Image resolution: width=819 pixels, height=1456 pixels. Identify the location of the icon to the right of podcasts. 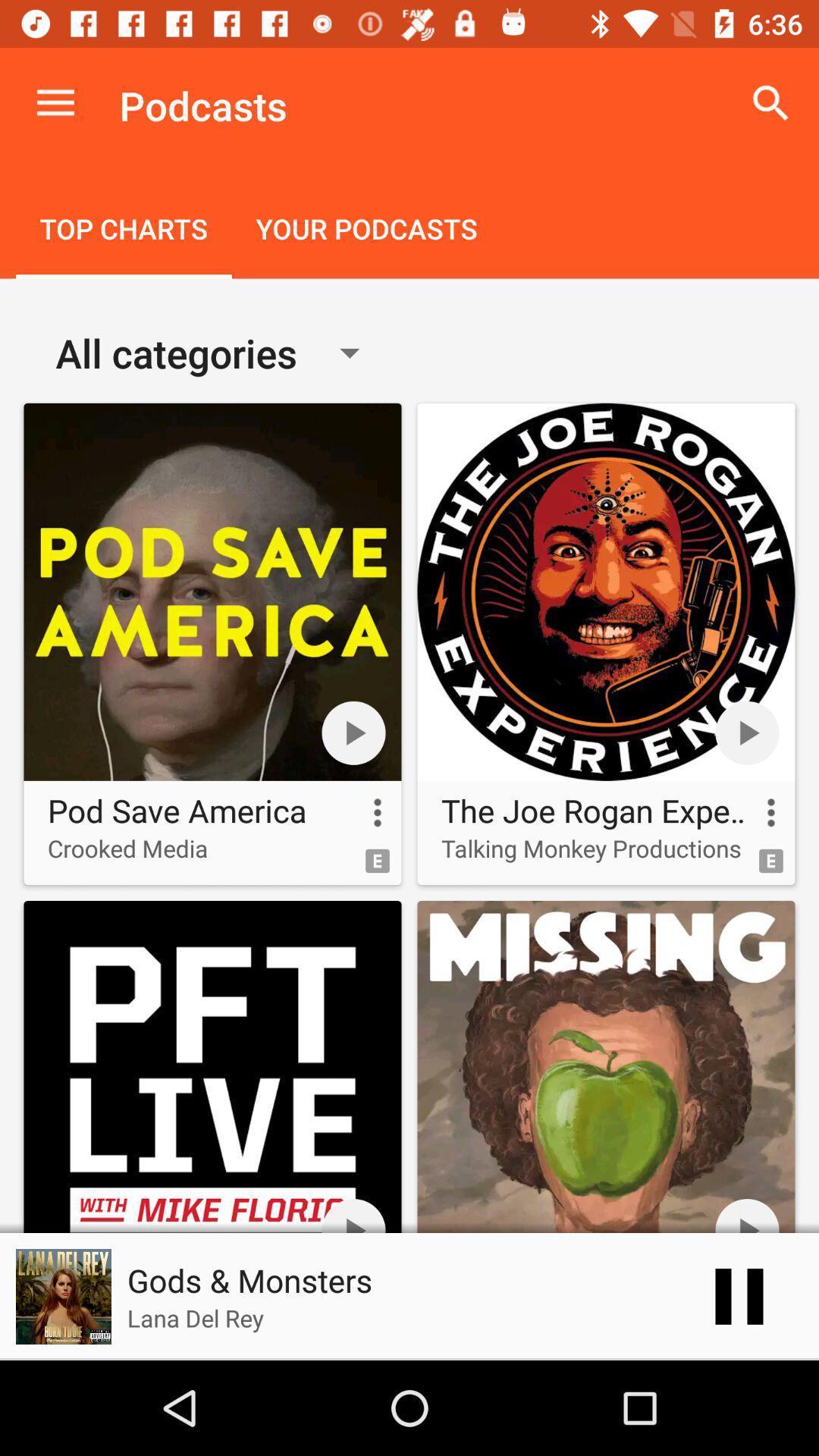
(771, 102).